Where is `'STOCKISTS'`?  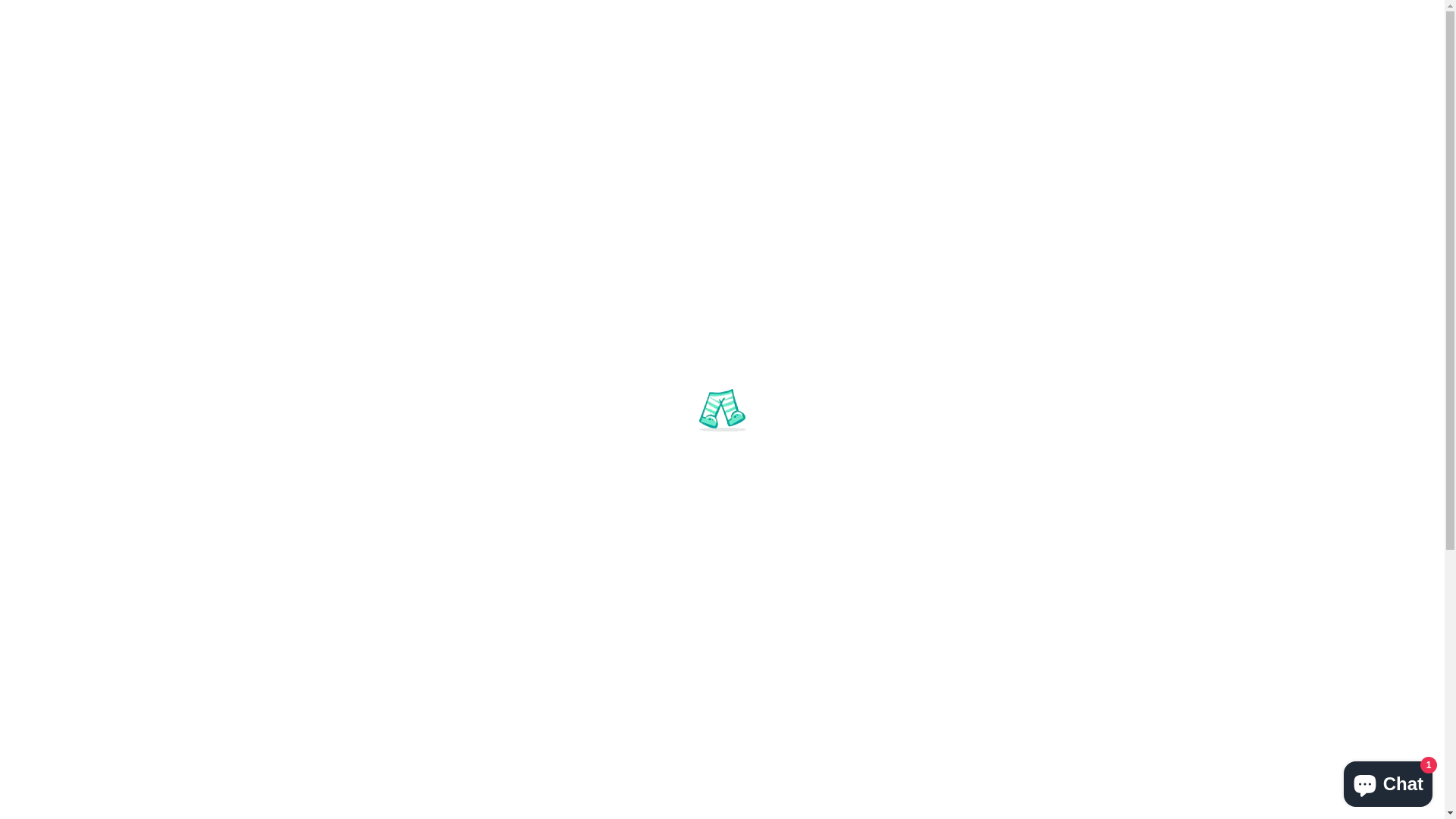 'STOCKISTS' is located at coordinates (705, 210).